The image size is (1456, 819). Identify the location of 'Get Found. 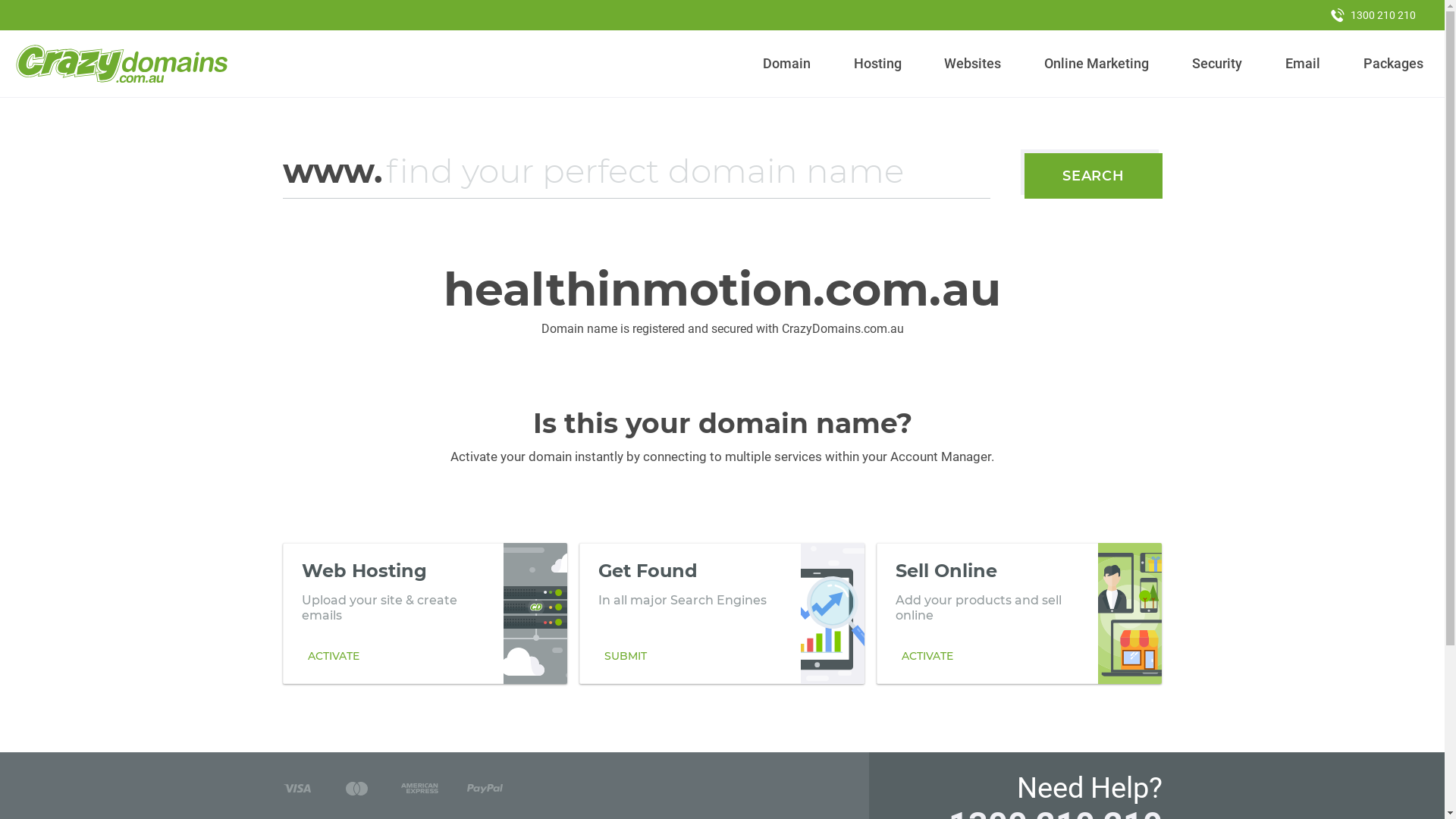
(720, 613).